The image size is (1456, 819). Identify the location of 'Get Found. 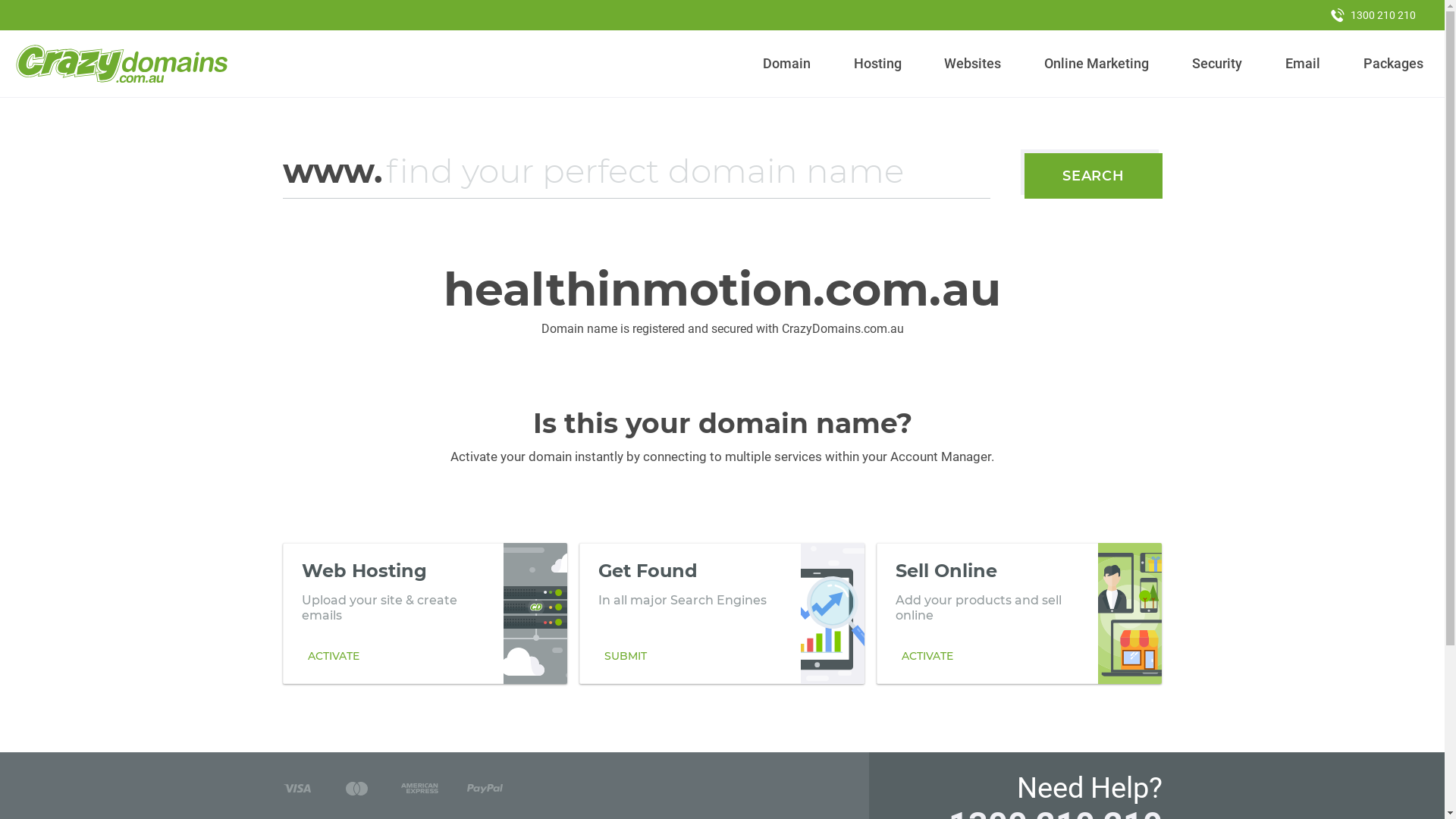
(720, 613).